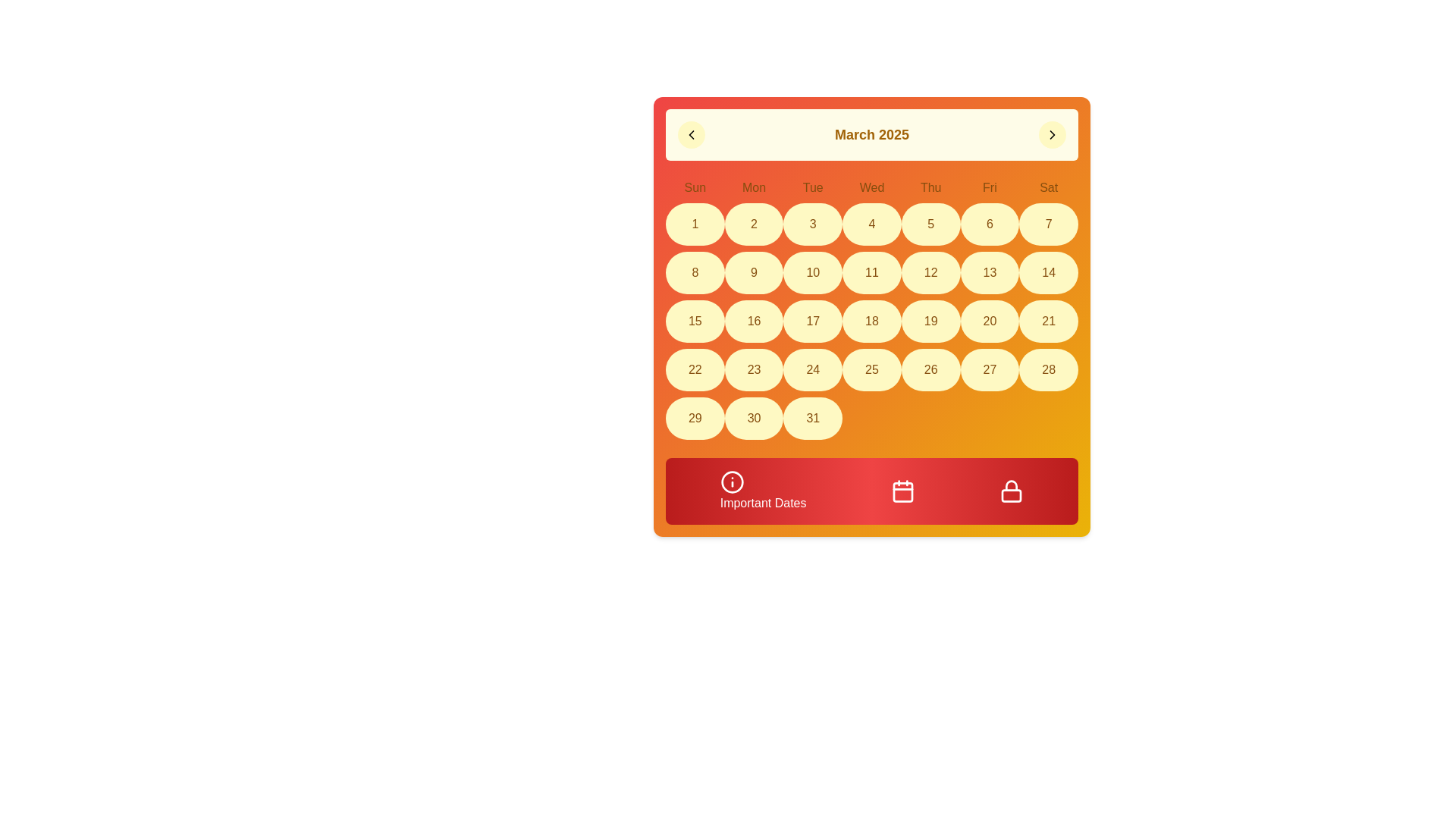 This screenshot has width=1456, height=819. I want to click on the text label displaying 'Fri' in the header row of the calendar layout, which is styled with a 'font-medium' class and located in the sixth column between 'Thu' and 'Sat', so click(990, 187).